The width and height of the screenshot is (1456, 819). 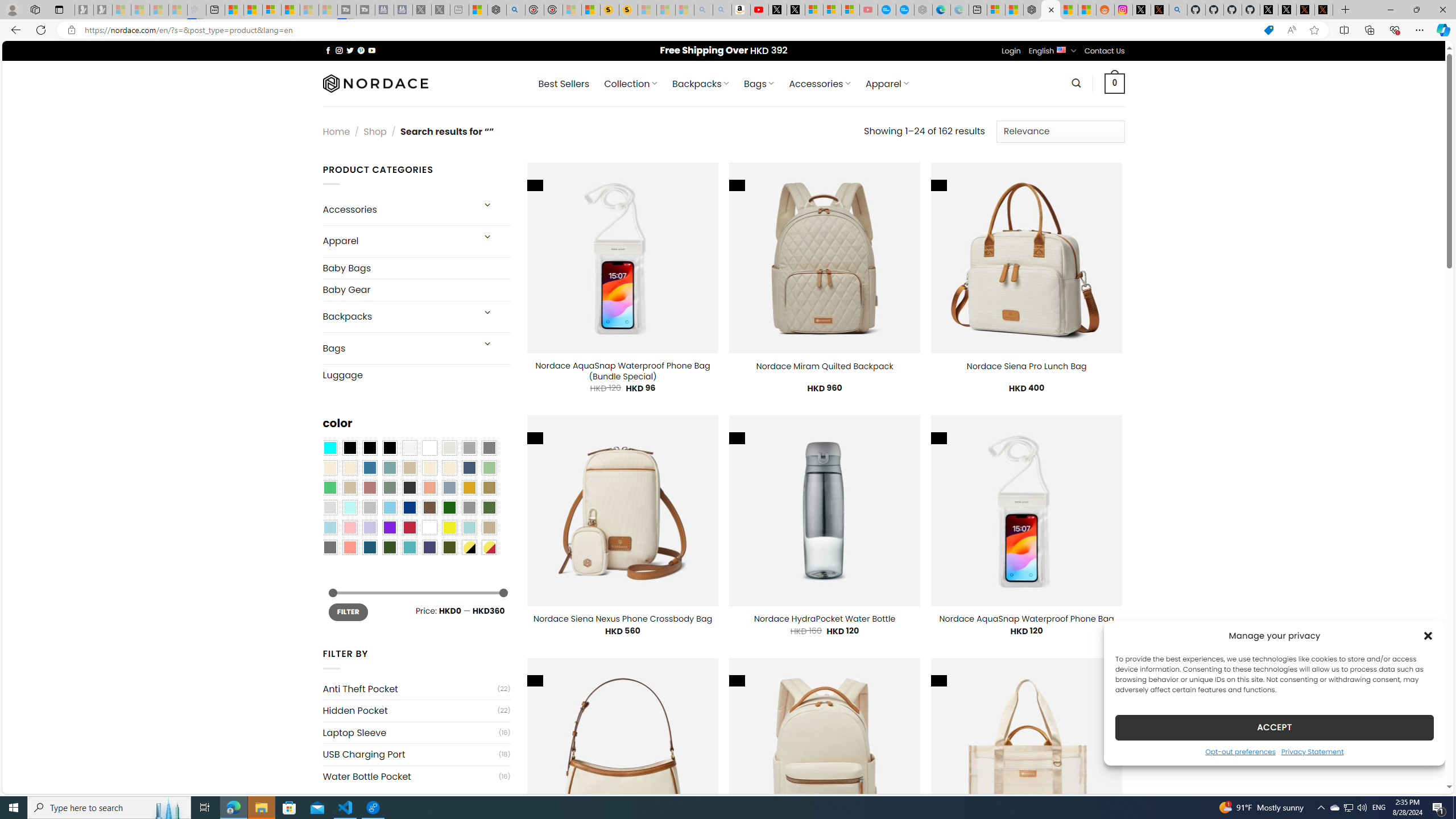 What do you see at coordinates (35, 9) in the screenshot?
I see `'Workspaces'` at bounding box center [35, 9].